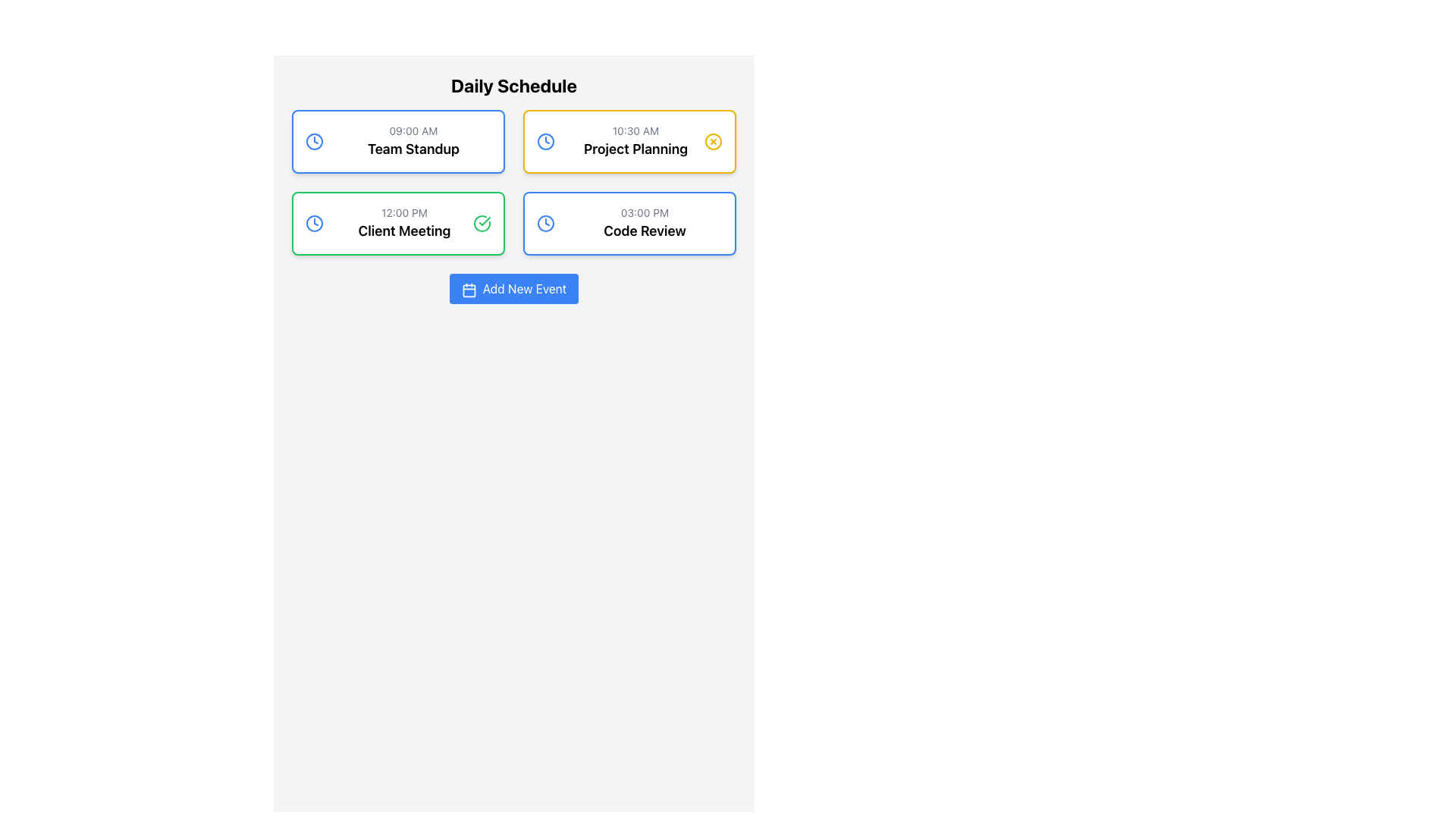 The height and width of the screenshot is (819, 1456). I want to click on the bold, large-sized header displaying the text 'Daily Schedule', which is centrally aligned at the top of the interface above the scheduled event cards, so click(513, 85).